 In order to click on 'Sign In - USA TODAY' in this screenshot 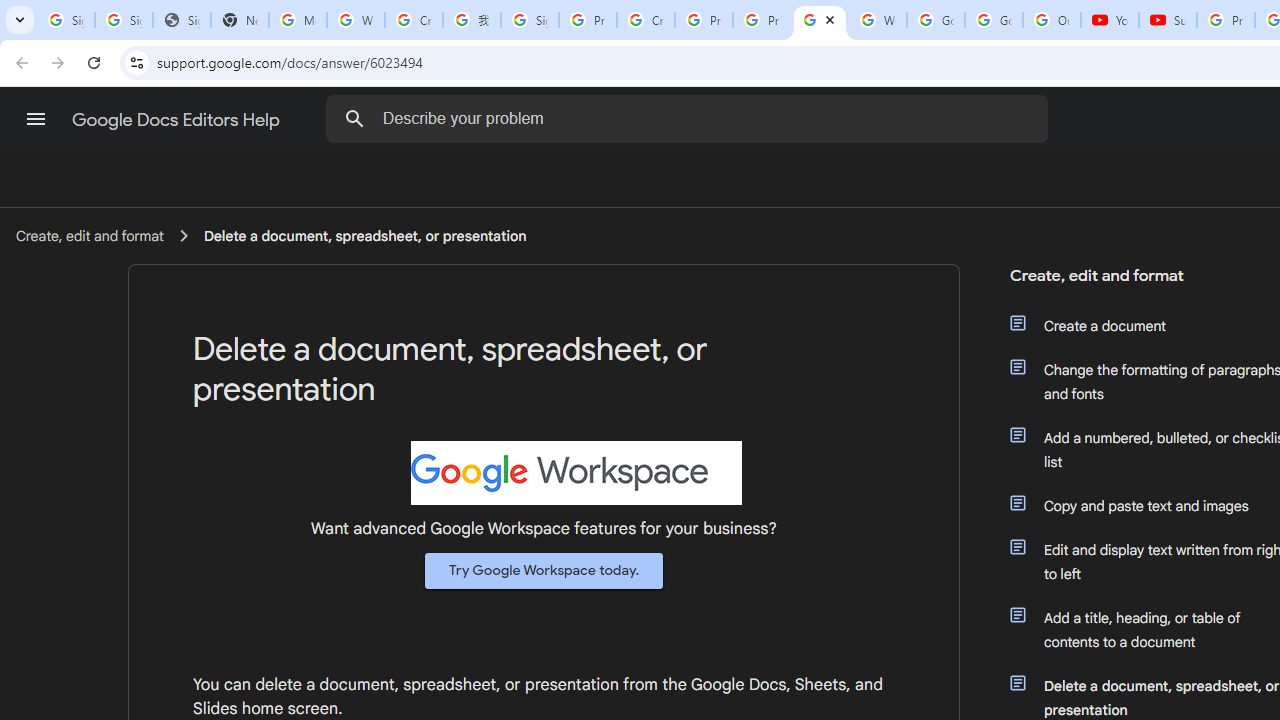, I will do `click(181, 20)`.